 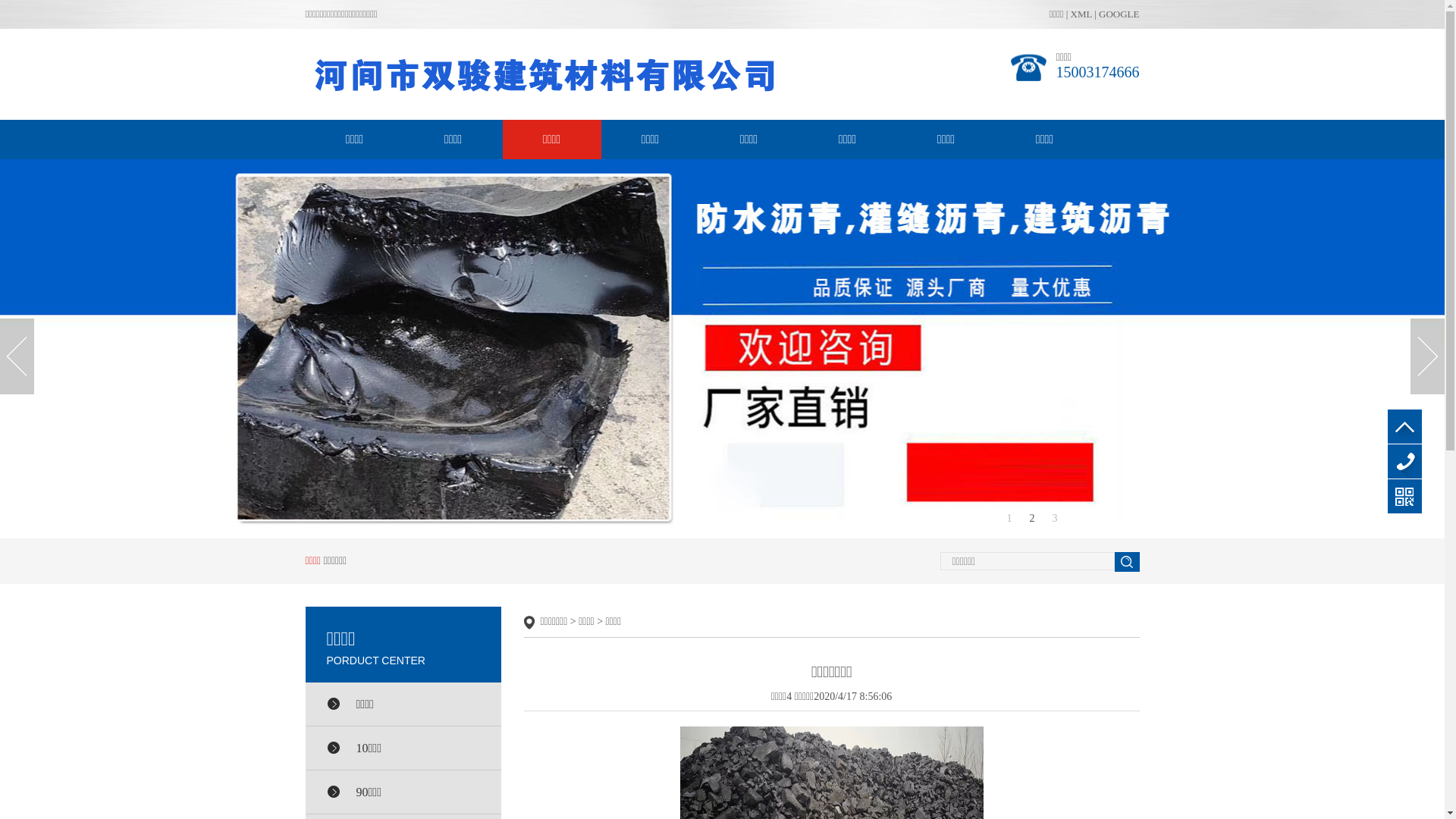 What do you see at coordinates (1080, 14) in the screenshot?
I see `'XML'` at bounding box center [1080, 14].